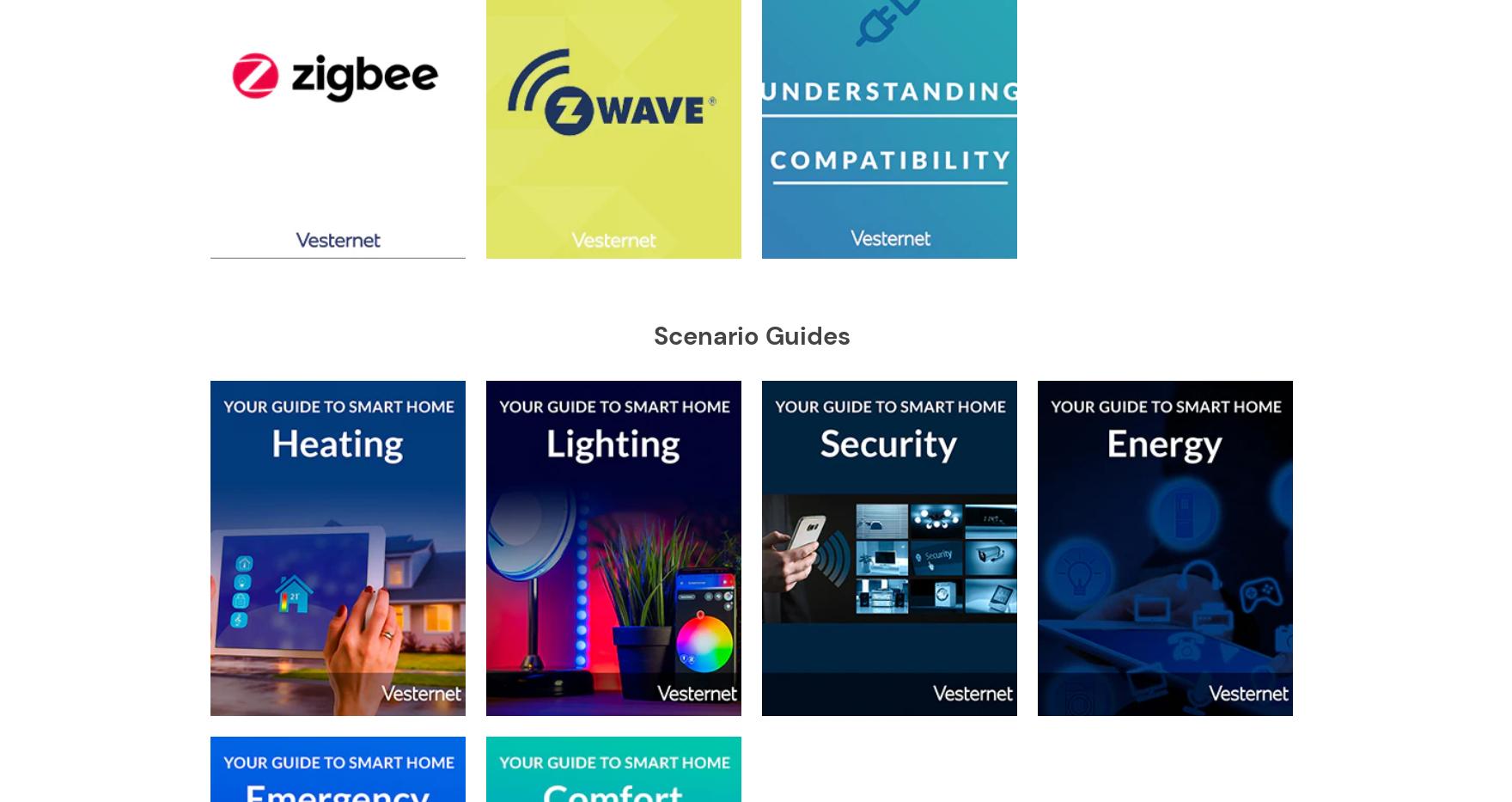 Image resolution: width=1512 pixels, height=802 pixels. Describe the element at coordinates (649, 438) in the screenshot. I see `'Remotec'` at that location.